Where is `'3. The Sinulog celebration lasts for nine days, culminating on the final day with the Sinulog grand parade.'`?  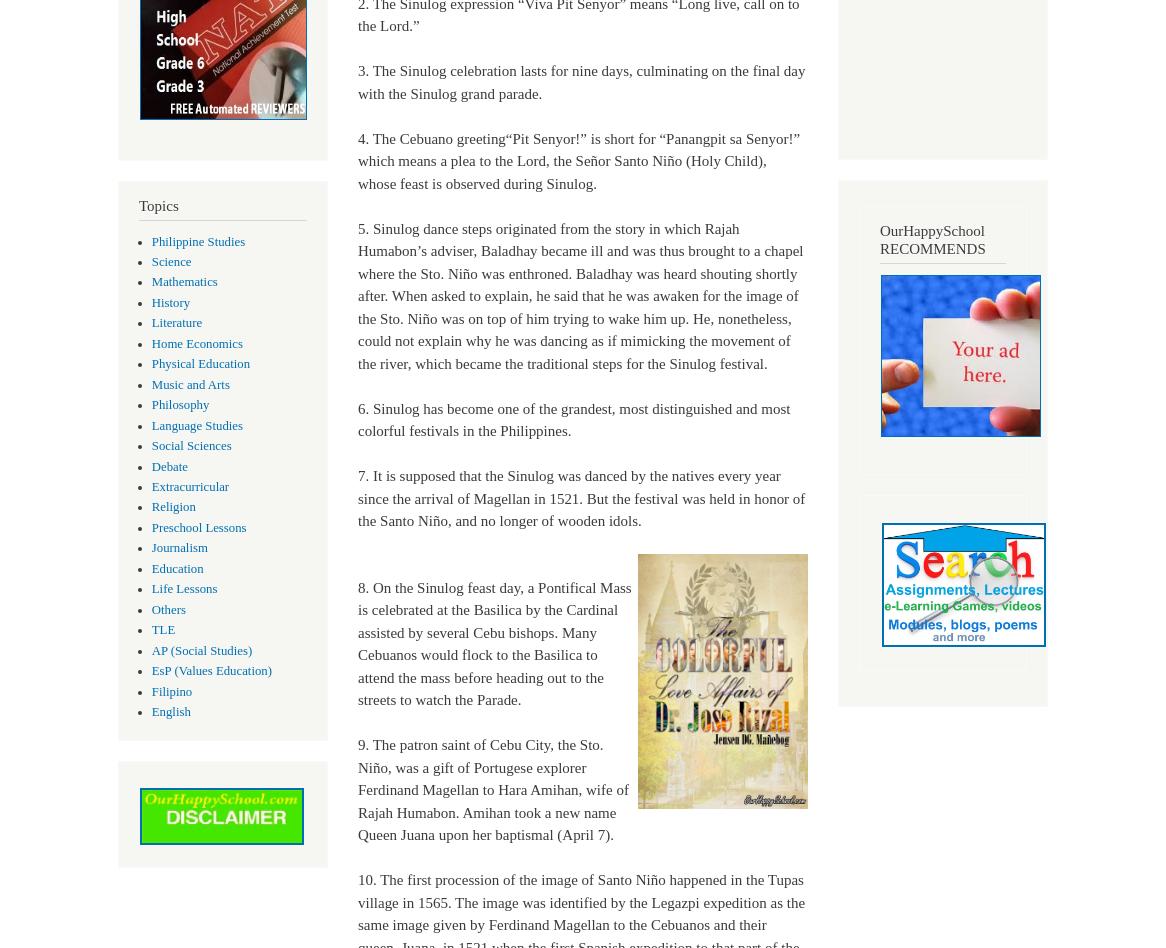 '3. The Sinulog celebration lasts for nine days, culminating on the final day with the Sinulog grand parade.' is located at coordinates (580, 82).